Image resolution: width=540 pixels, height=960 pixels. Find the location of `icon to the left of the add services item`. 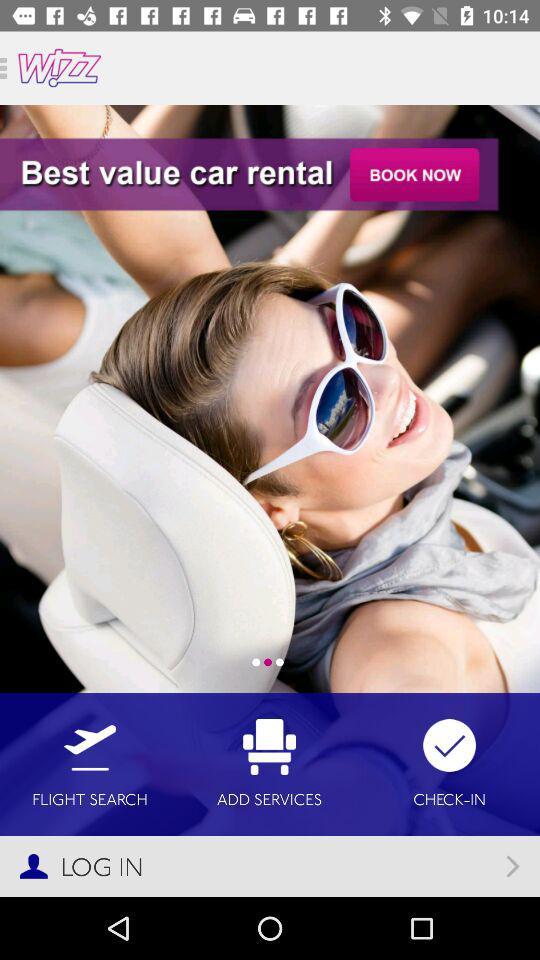

icon to the left of the add services item is located at coordinates (89, 763).